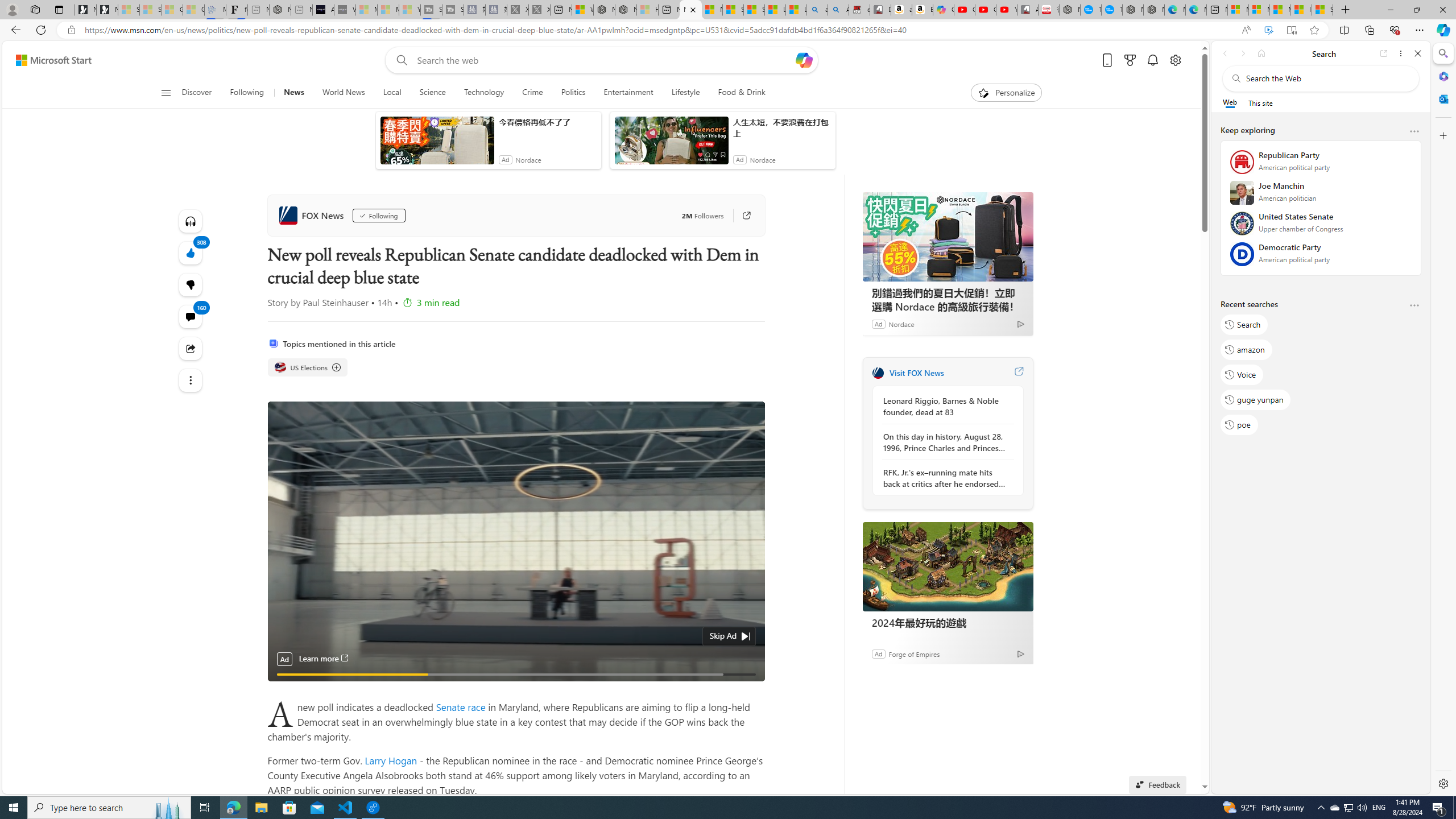  I want to click on 'Nordace - #1 Japanese Best-Seller - Siena Smart Backpack', so click(280, 9).